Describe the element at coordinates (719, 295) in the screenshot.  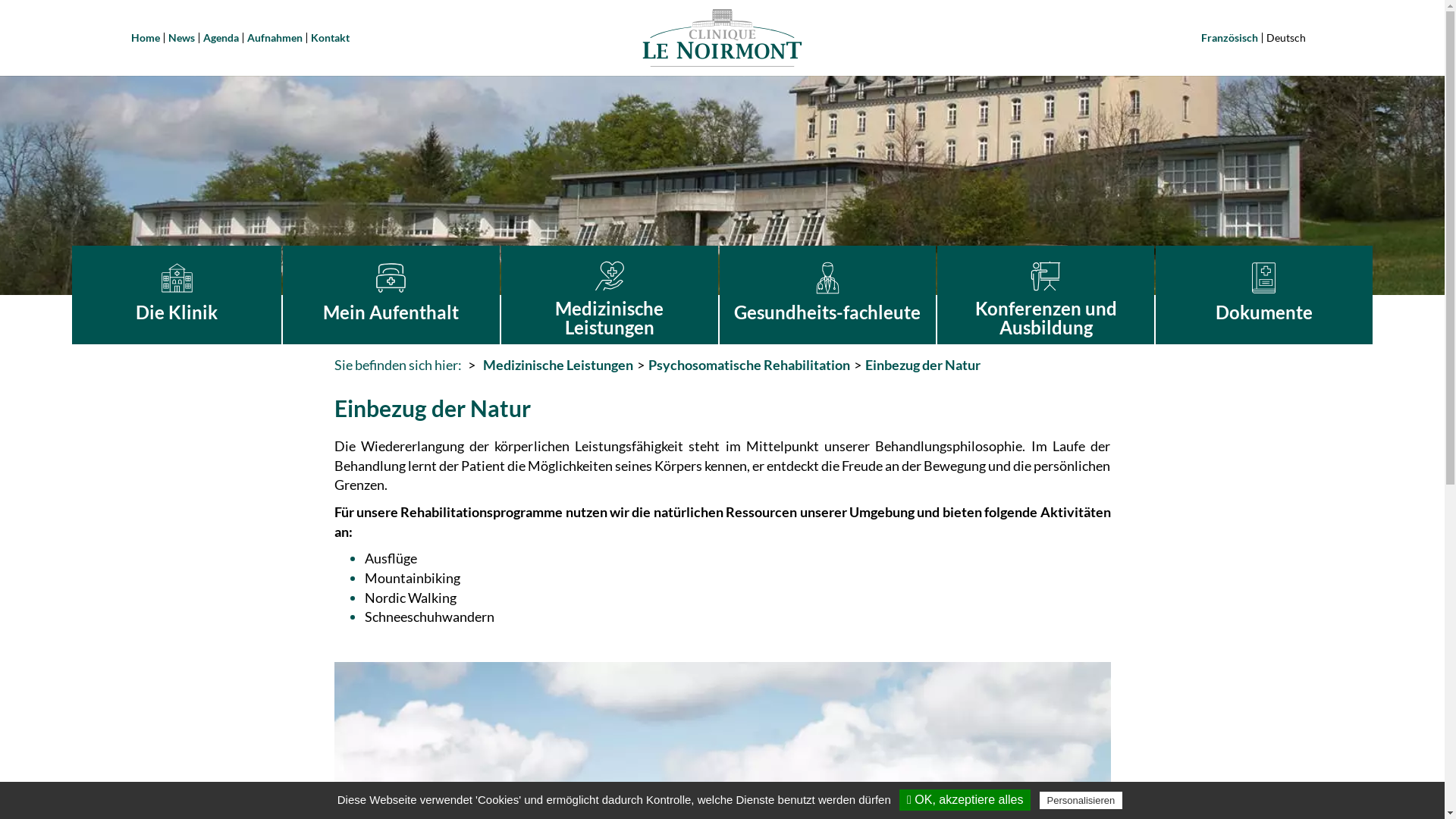
I see `'Gesundheits-fachleute'` at that location.